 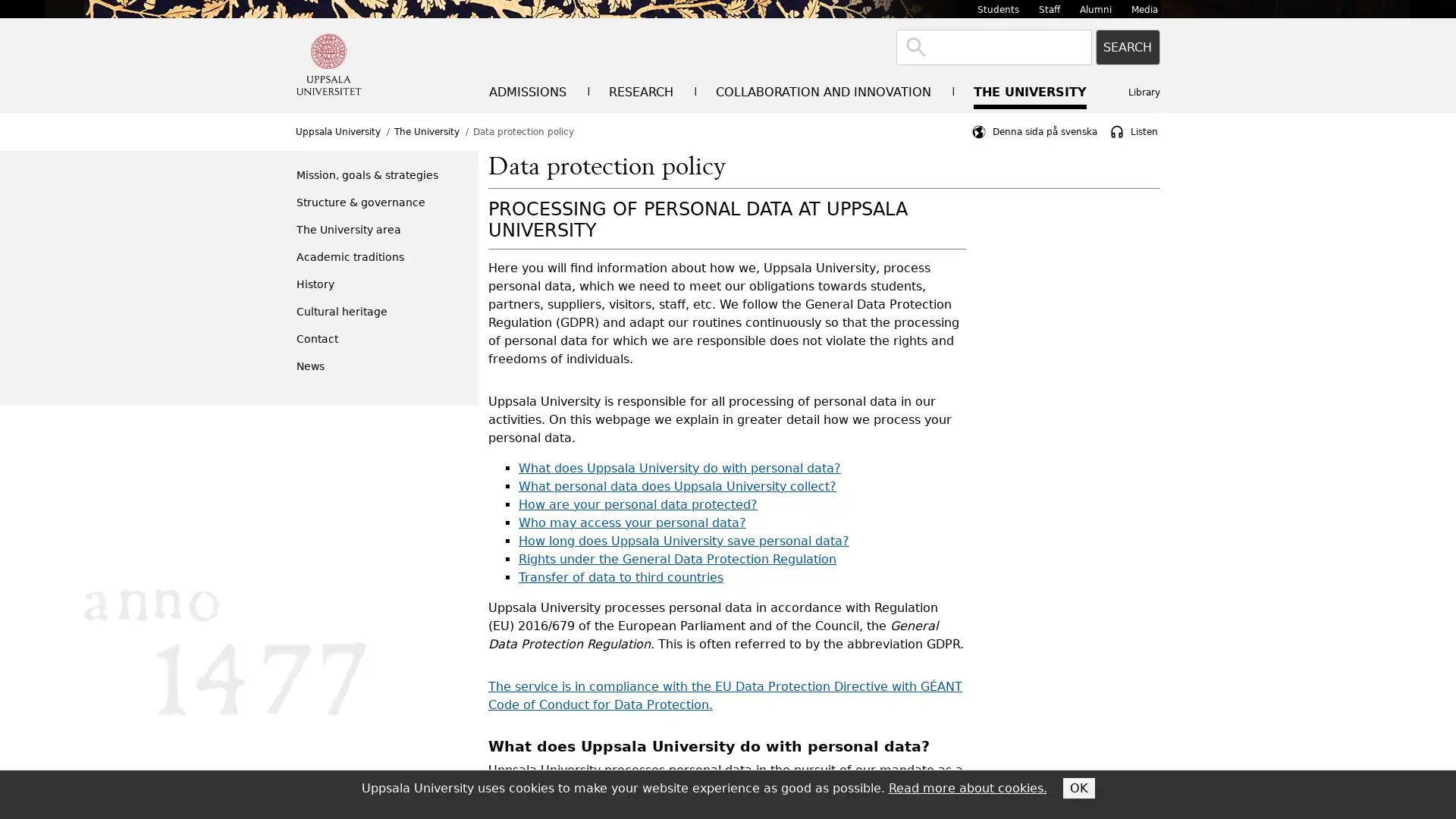 What do you see at coordinates (1128, 46) in the screenshot?
I see `Search` at bounding box center [1128, 46].